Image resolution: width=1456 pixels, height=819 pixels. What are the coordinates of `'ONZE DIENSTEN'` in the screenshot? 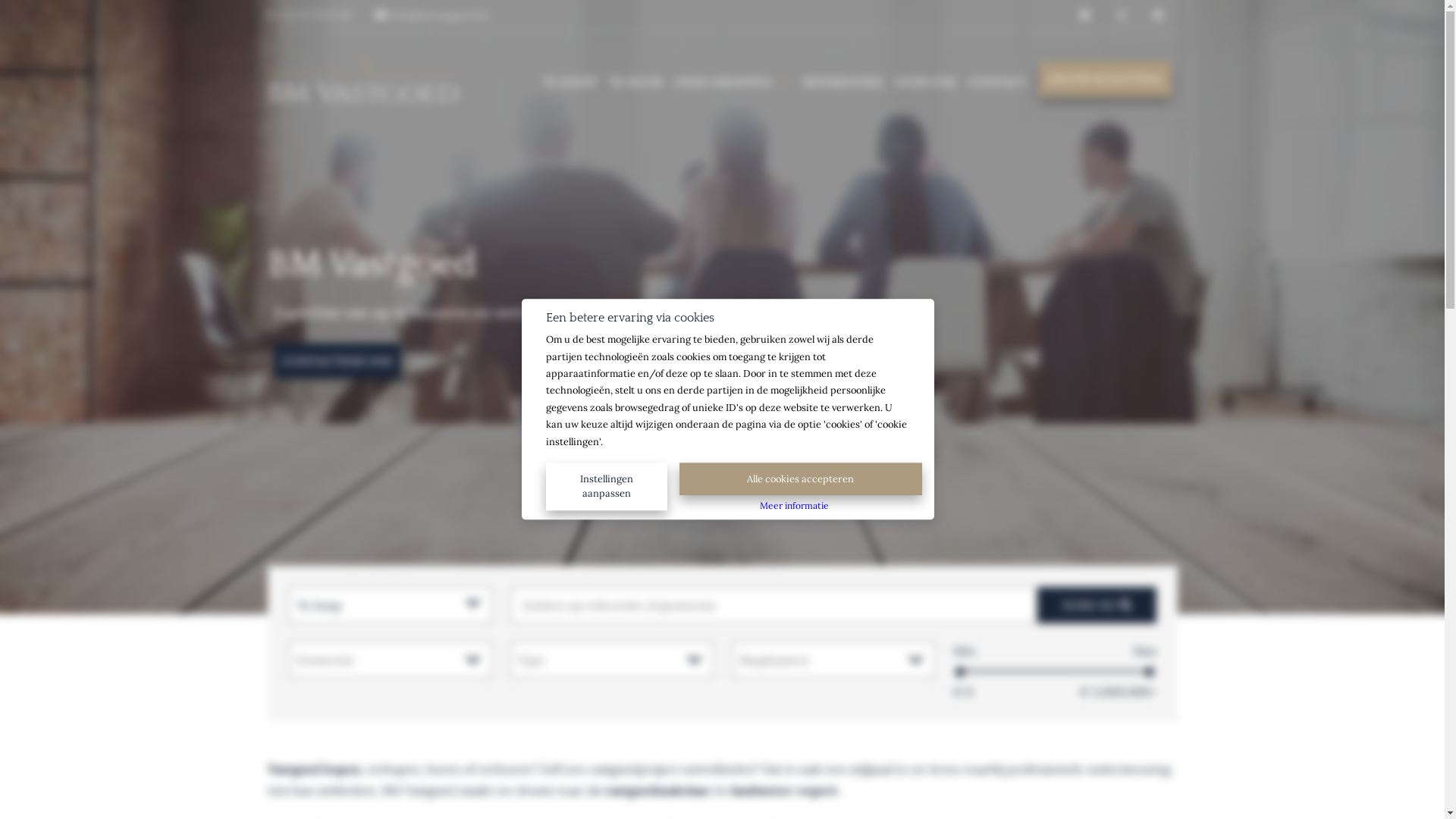 It's located at (732, 80).